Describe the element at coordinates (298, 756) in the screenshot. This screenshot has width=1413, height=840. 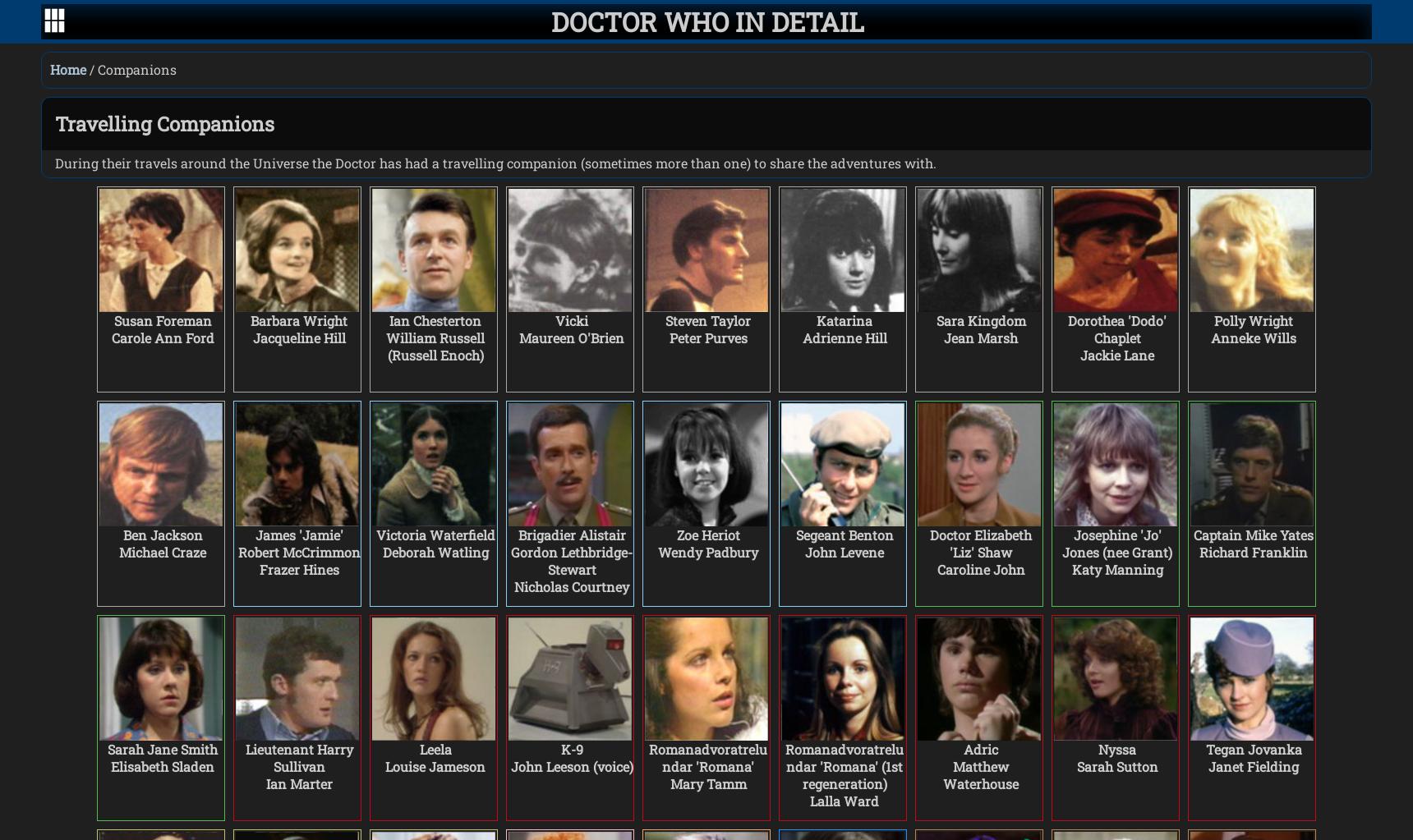
I see `'Lieutenant Harry Sullivan'` at that location.